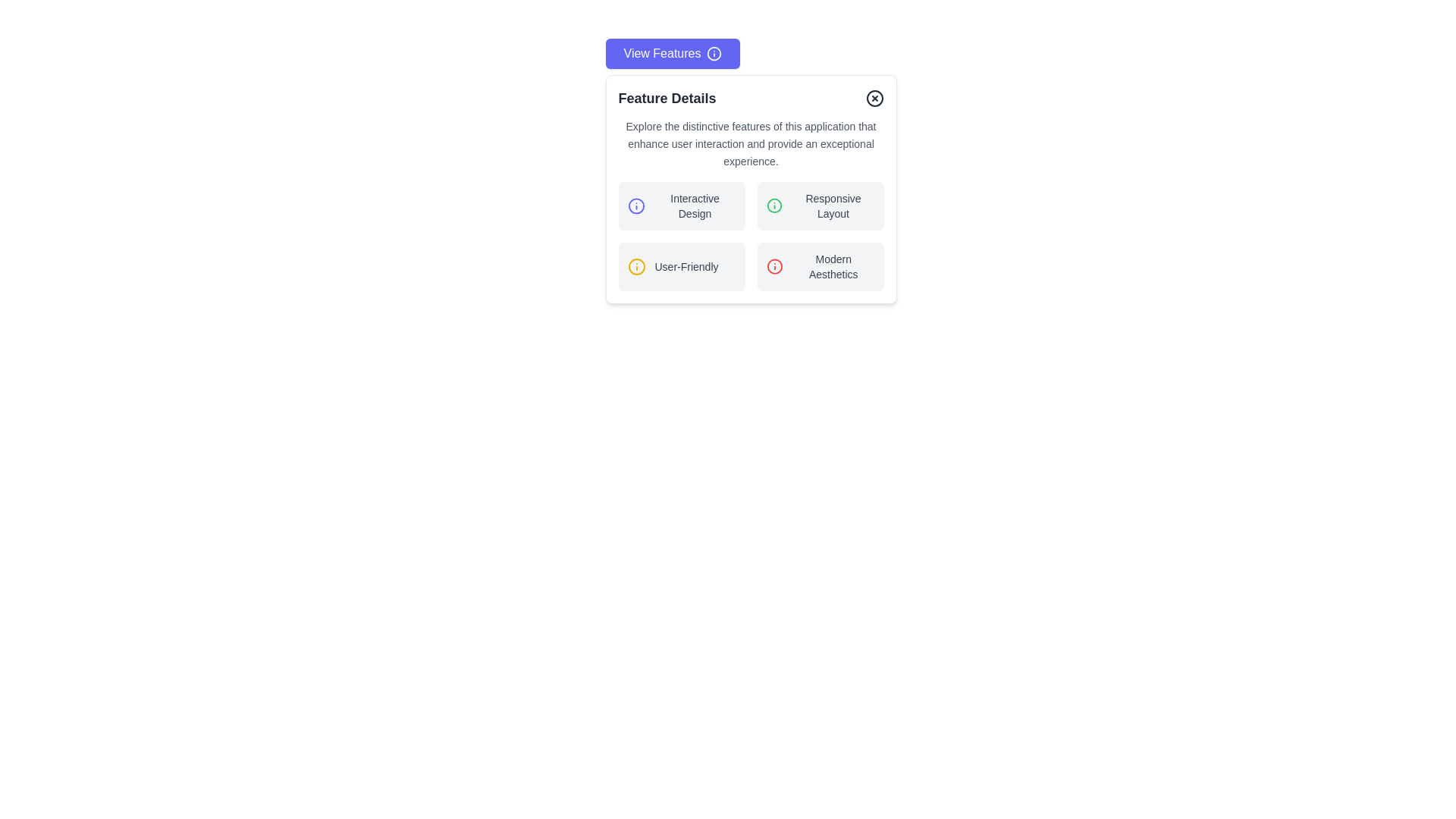 The height and width of the screenshot is (819, 1456). What do you see at coordinates (774, 206) in the screenshot?
I see `the informational indicator represented by the SVG Circle located in the upper-left corner of the second row in the grid of icons within the 'Feature Details' dialog box` at bounding box center [774, 206].